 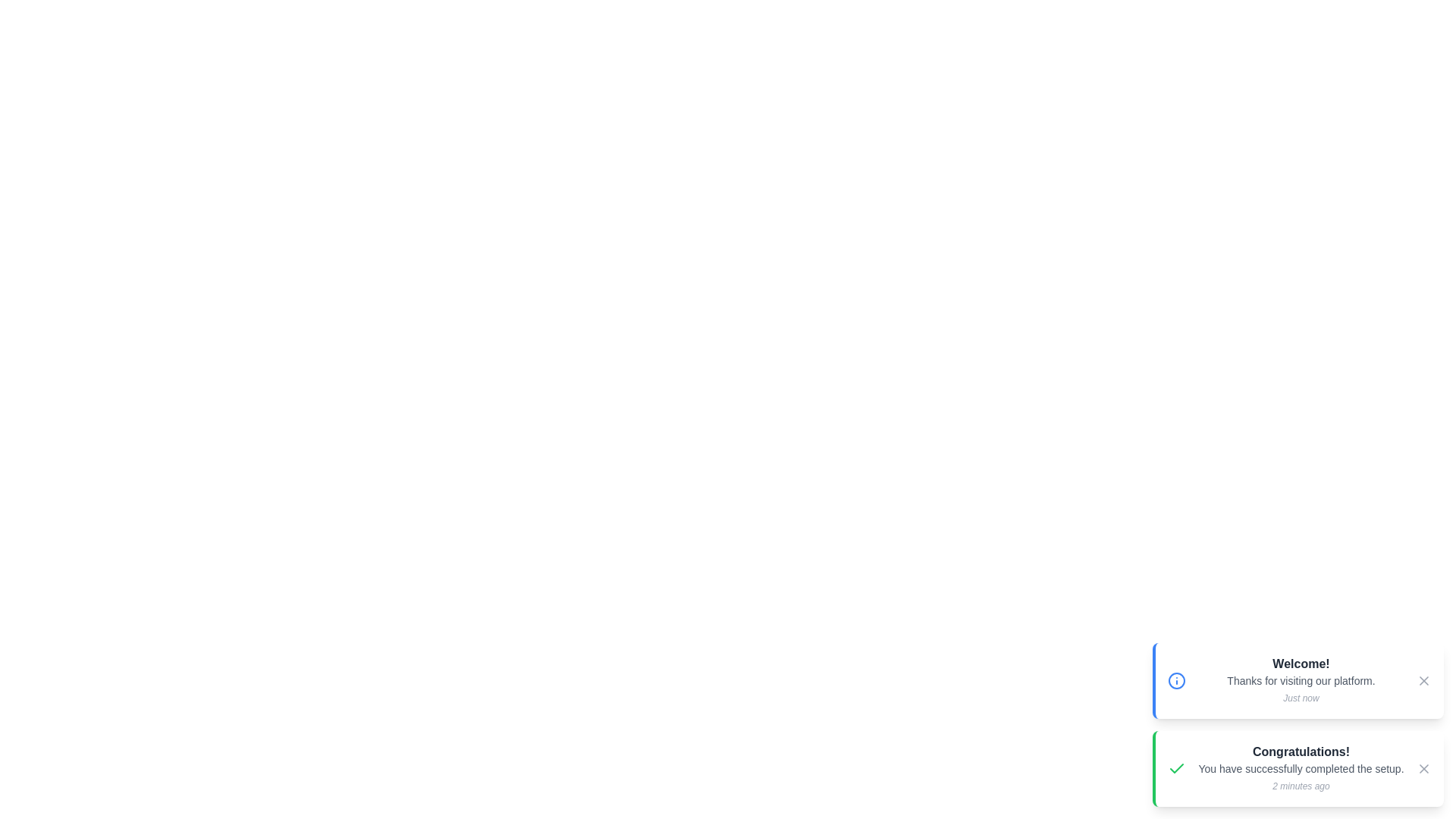 What do you see at coordinates (1298, 769) in the screenshot?
I see `the notification with title Congratulations!` at bounding box center [1298, 769].